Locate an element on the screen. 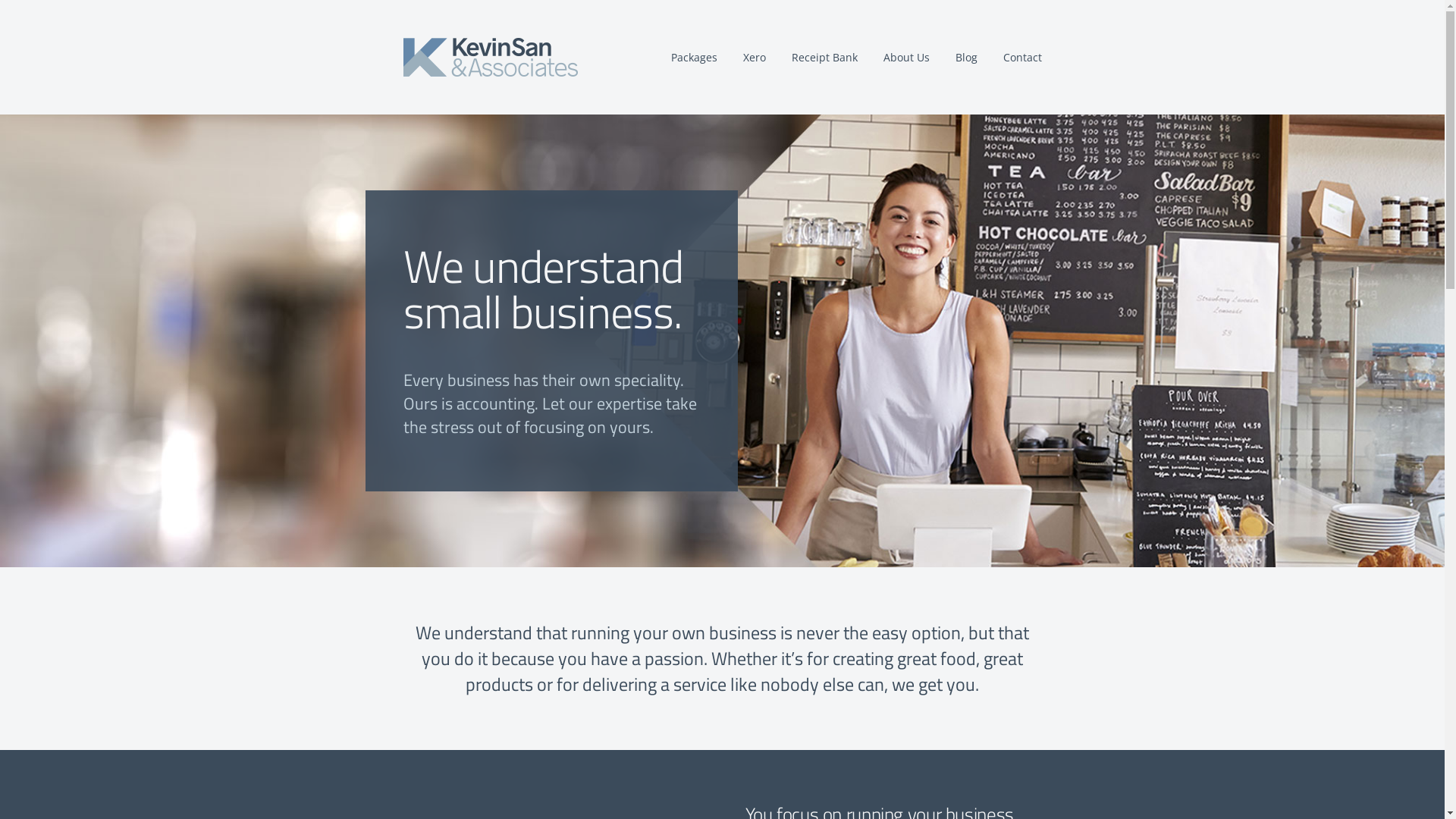  'Blog' is located at coordinates (965, 56).